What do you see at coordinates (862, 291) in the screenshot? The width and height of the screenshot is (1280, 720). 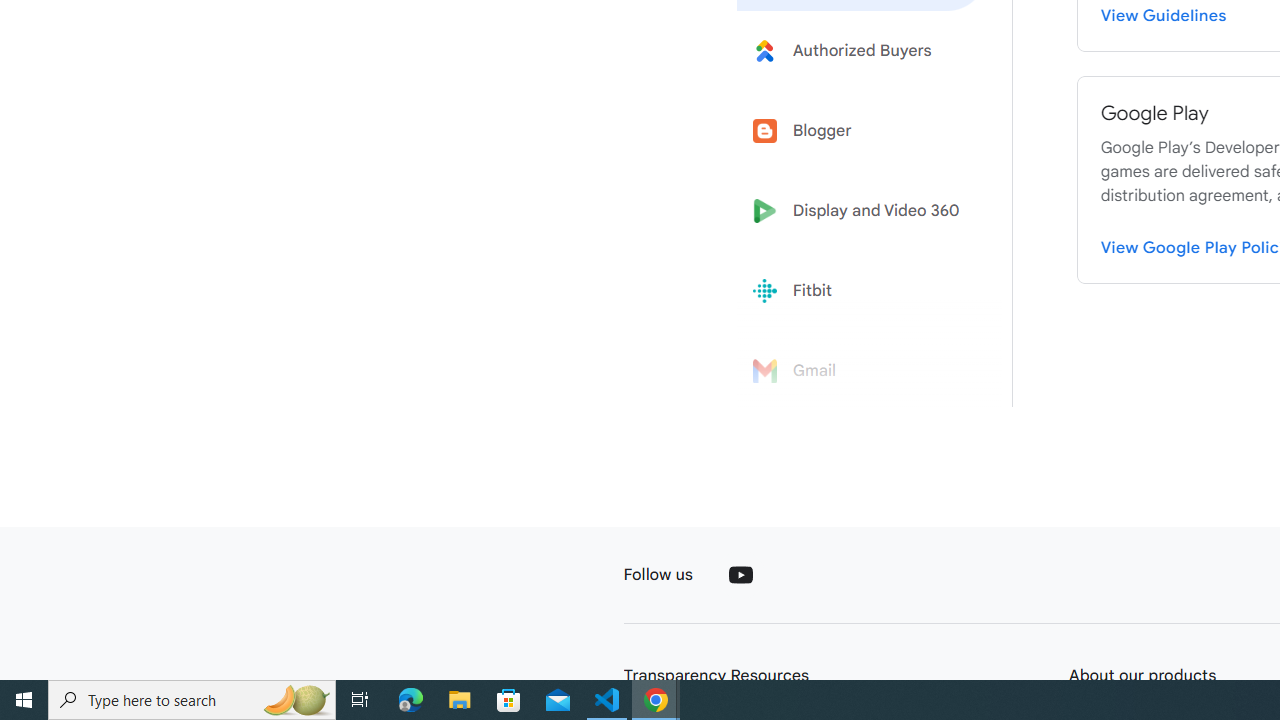 I see `'Fitbit'` at bounding box center [862, 291].